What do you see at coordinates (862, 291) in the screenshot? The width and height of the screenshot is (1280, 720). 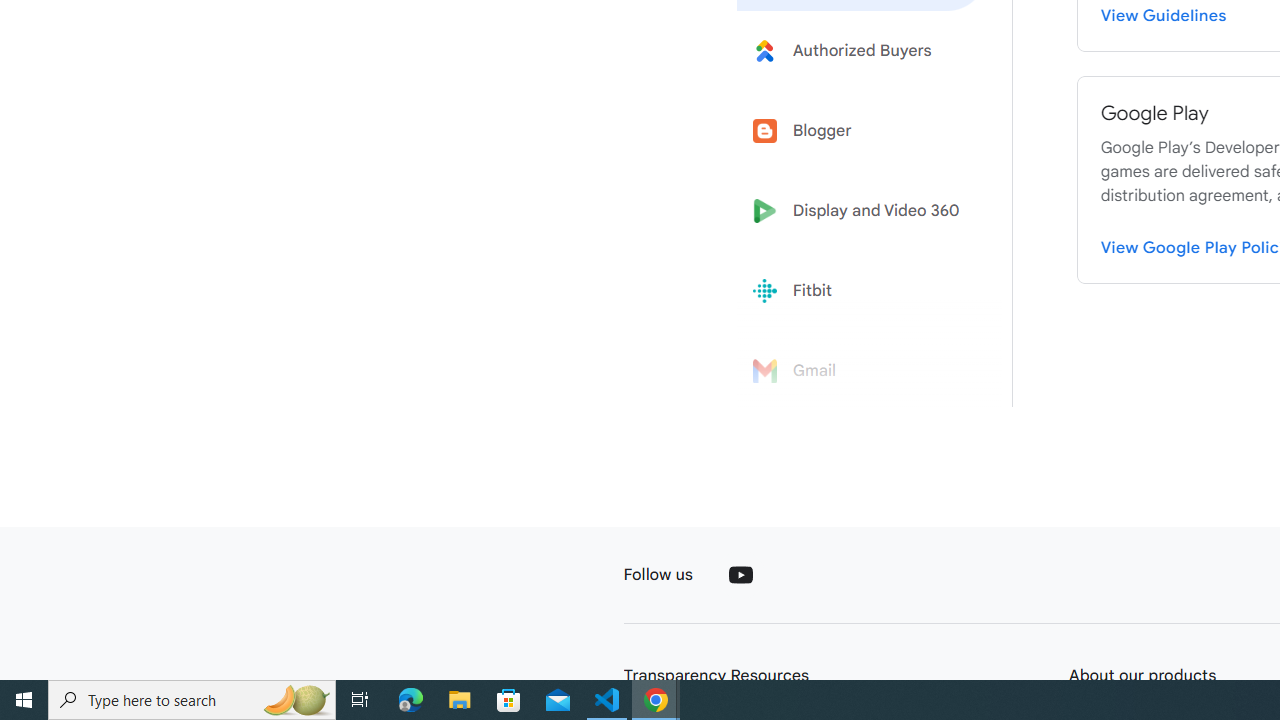 I see `'Fitbit'` at bounding box center [862, 291].